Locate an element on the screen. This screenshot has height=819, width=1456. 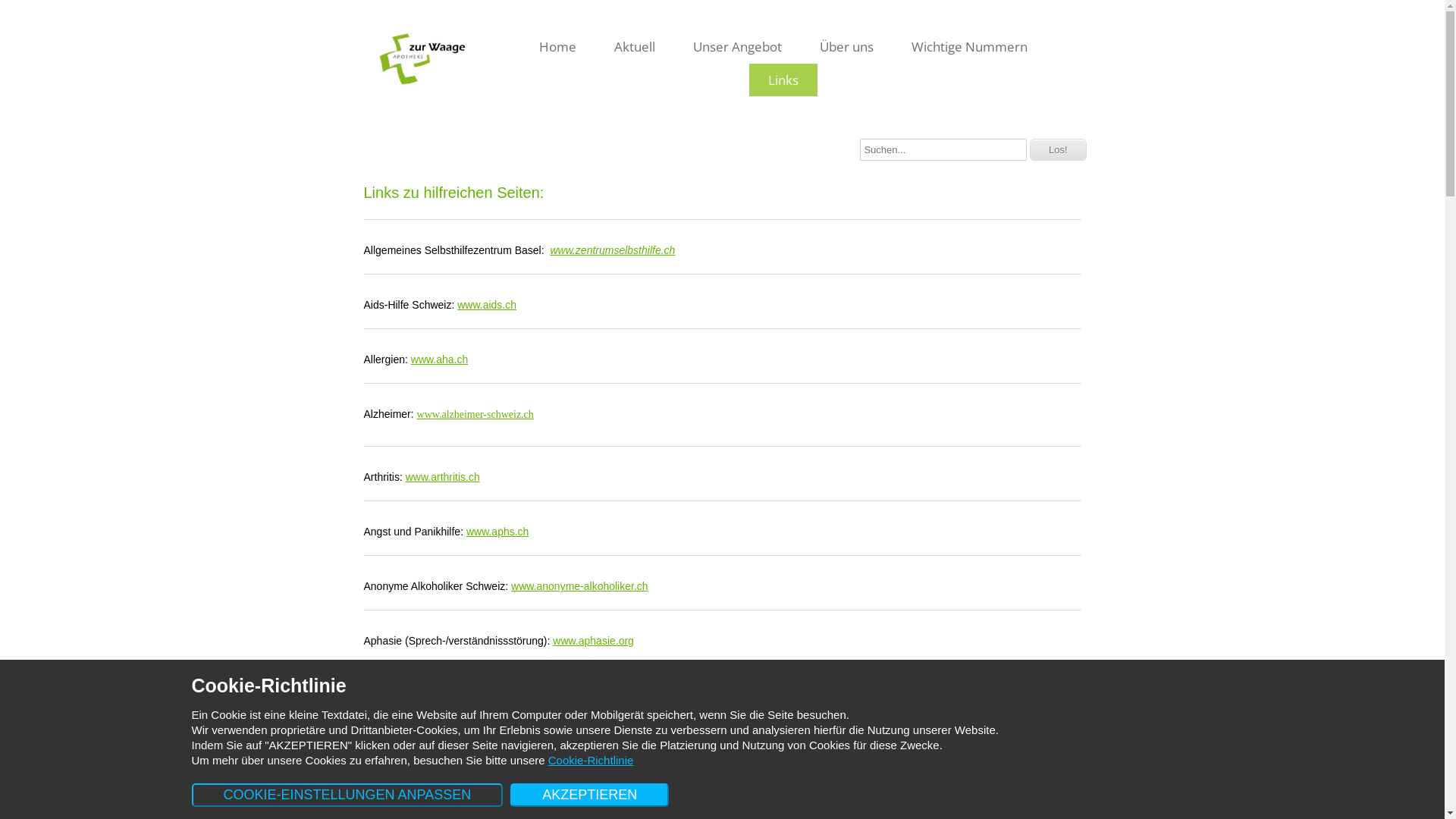
'Los!' is located at coordinates (1057, 149).